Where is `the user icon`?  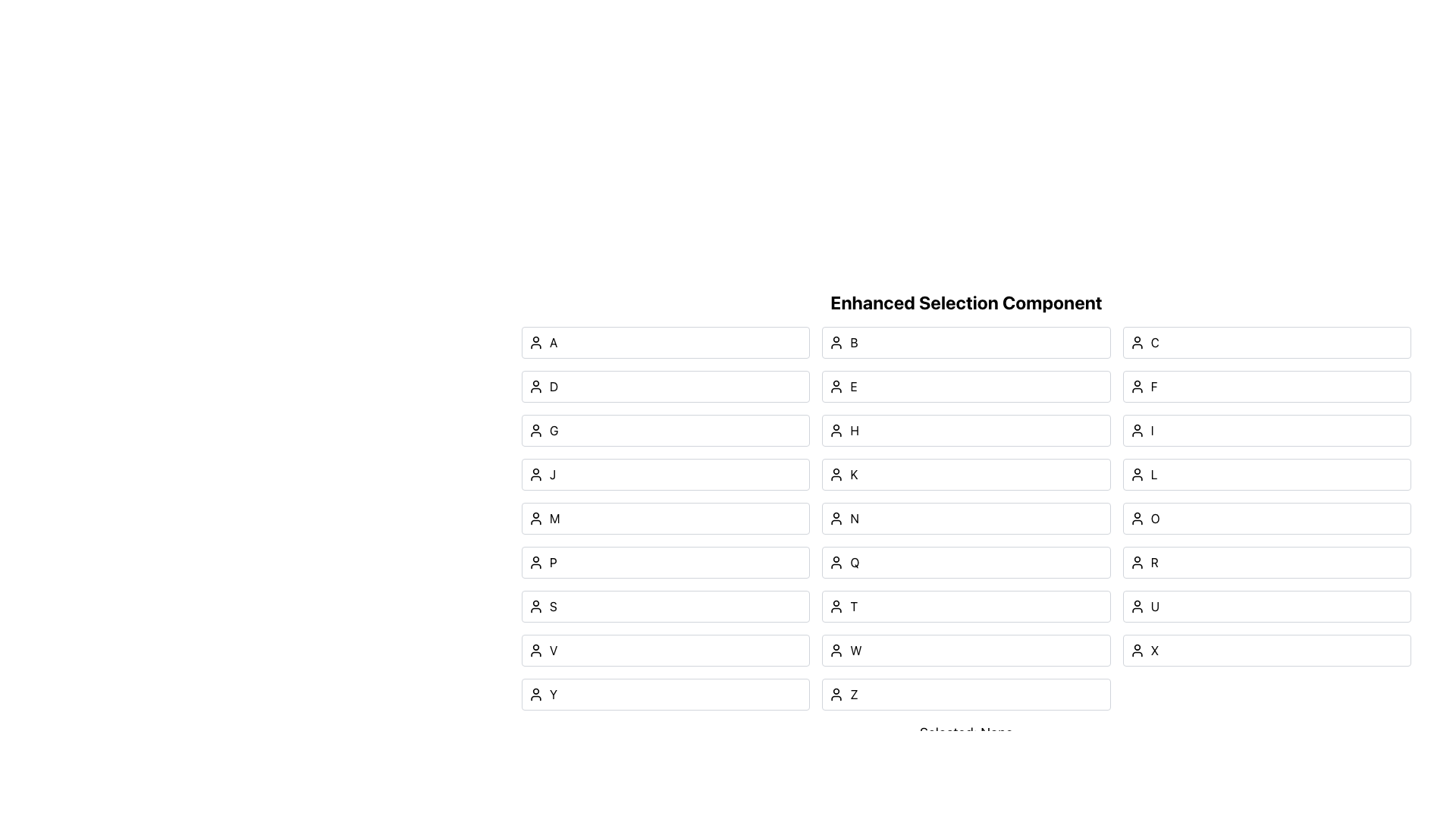
the user icon is located at coordinates (836, 605).